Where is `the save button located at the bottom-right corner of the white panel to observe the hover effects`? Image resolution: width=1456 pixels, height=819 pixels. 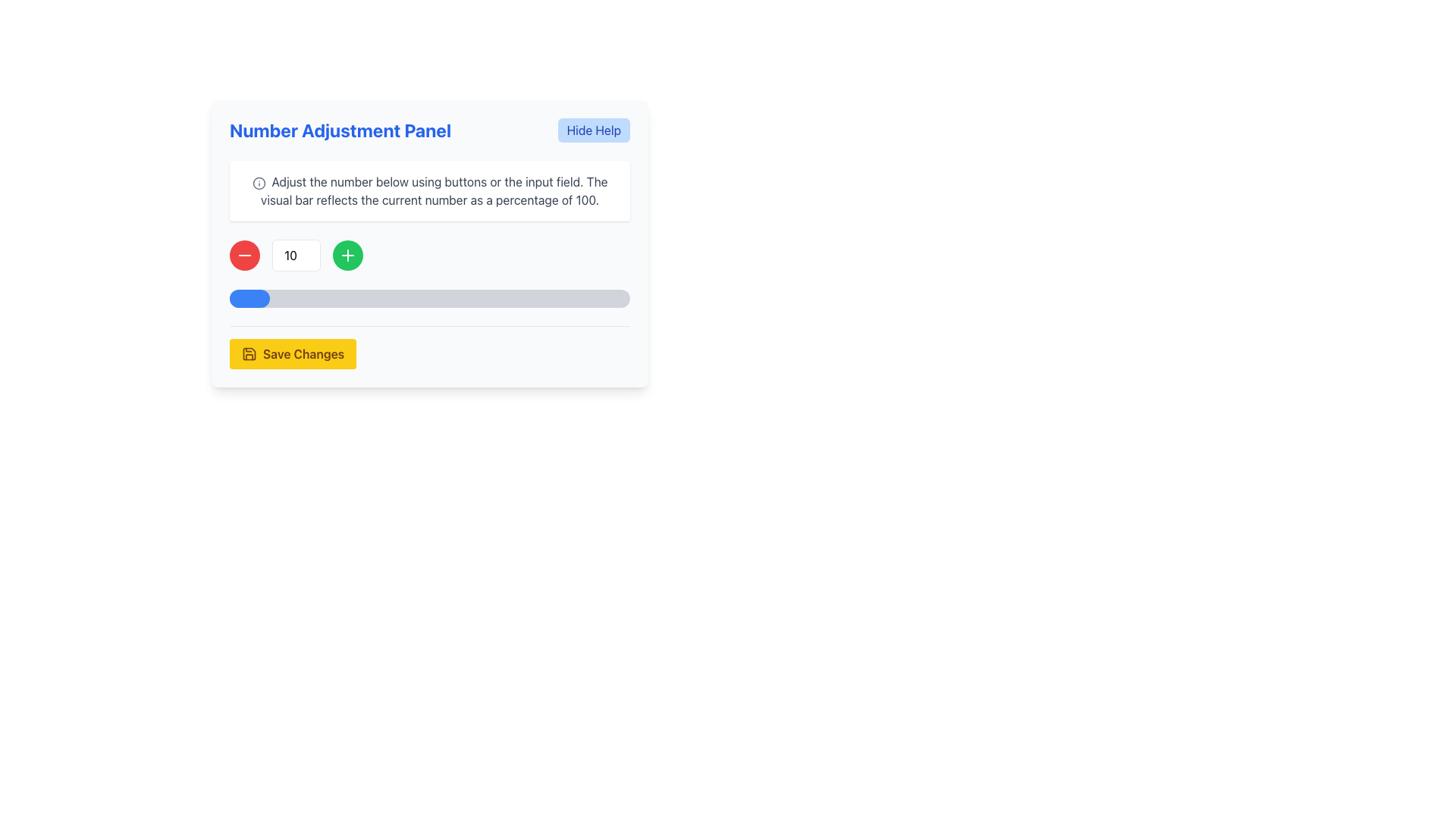 the save button located at the bottom-right corner of the white panel to observe the hover effects is located at coordinates (293, 353).